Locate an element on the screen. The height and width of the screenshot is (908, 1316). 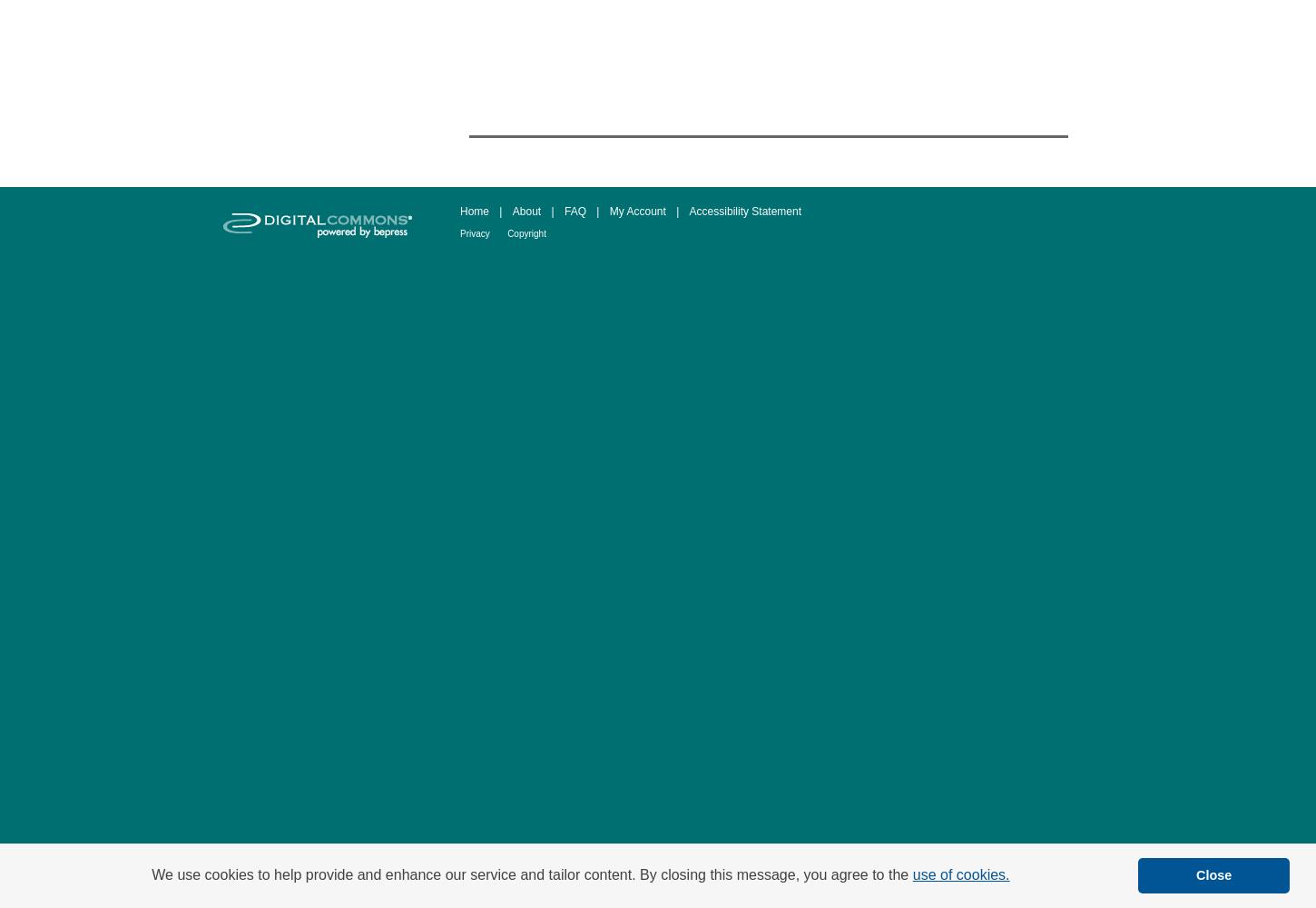
'Close' is located at coordinates (1213, 874).